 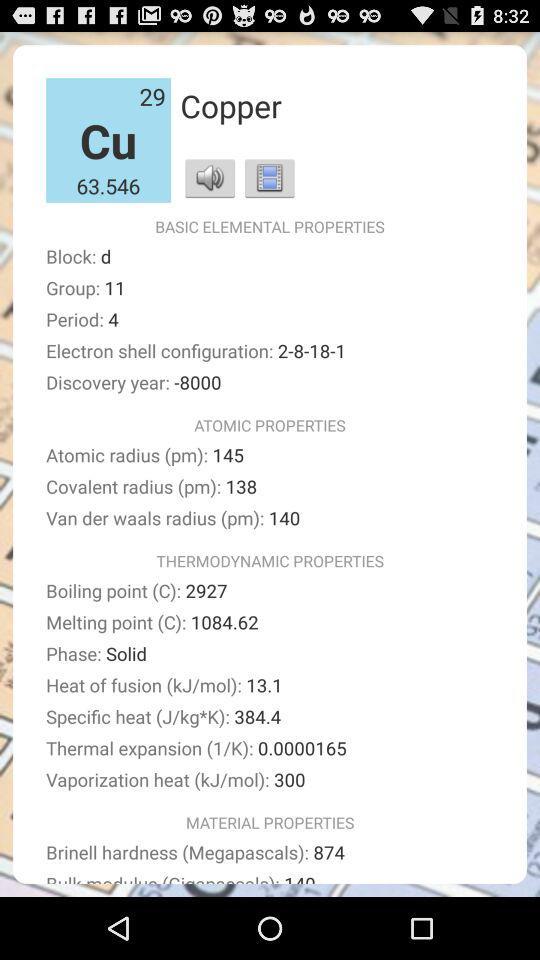 I want to click on the app above the basic elemental properties, so click(x=209, y=176).